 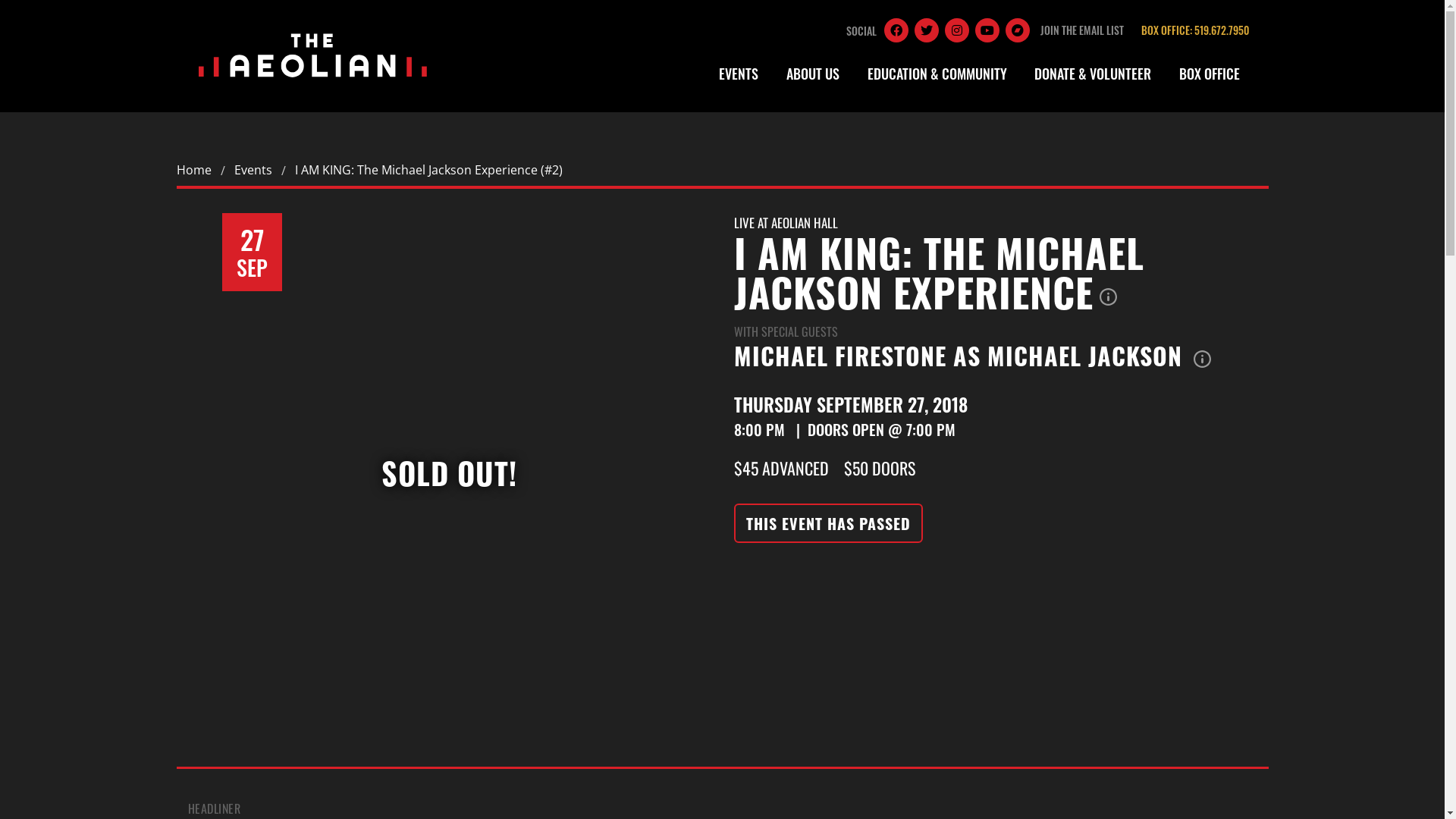 What do you see at coordinates (855, 74) in the screenshot?
I see `'EDUCATION & COMMUNITY'` at bounding box center [855, 74].